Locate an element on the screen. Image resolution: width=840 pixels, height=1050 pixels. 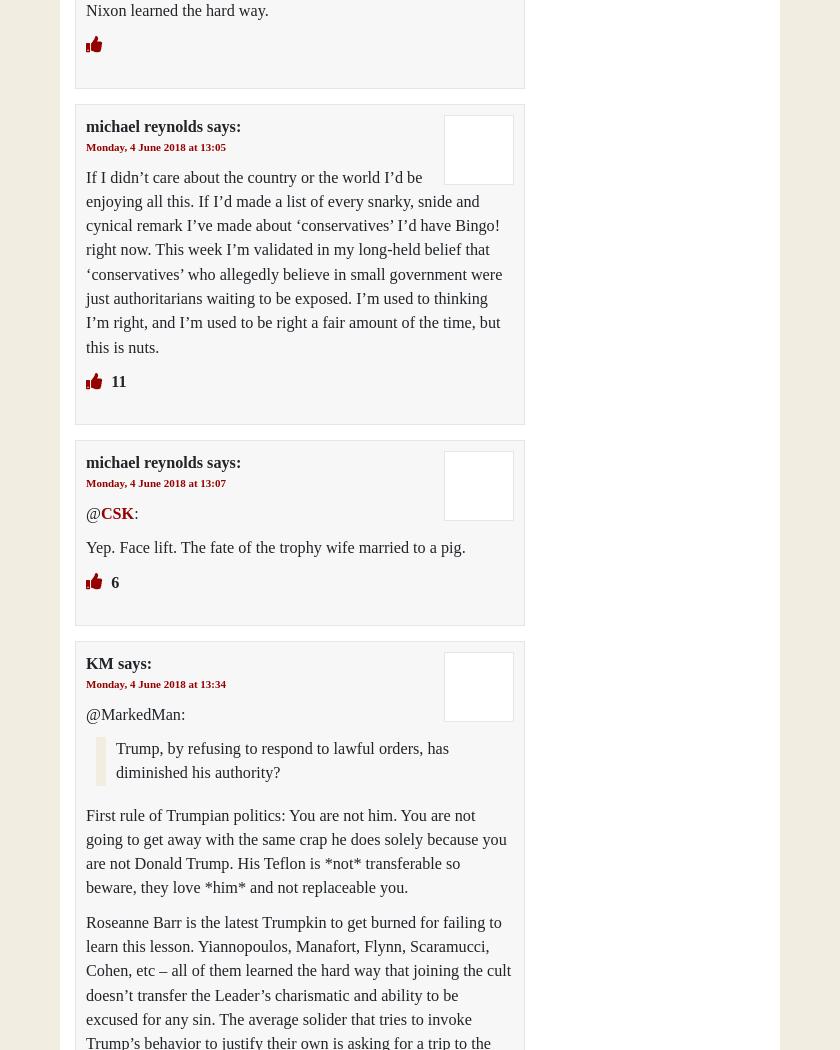
':' is located at coordinates (135, 512).